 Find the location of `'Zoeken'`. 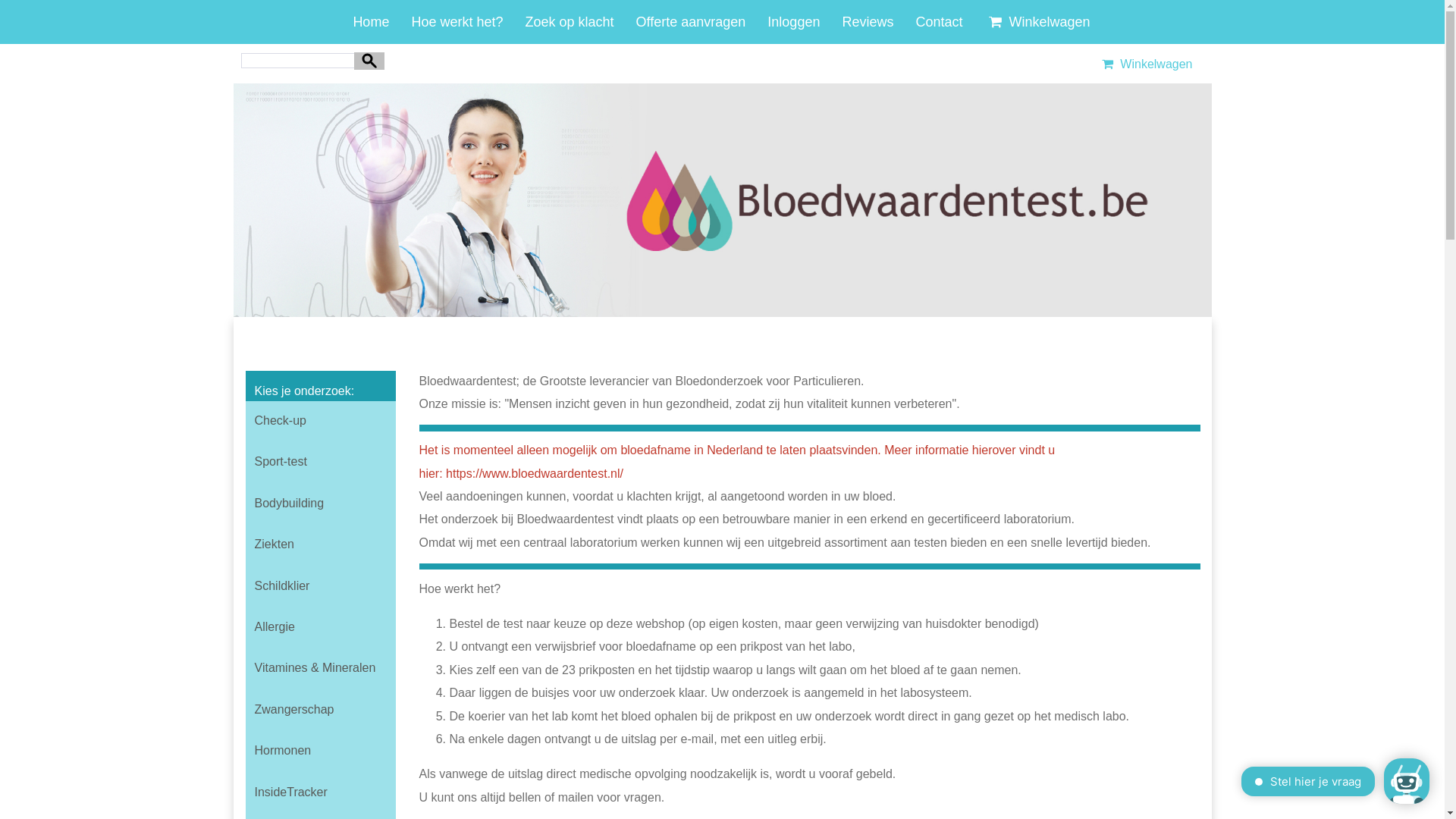

'Zoeken' is located at coordinates (369, 59).